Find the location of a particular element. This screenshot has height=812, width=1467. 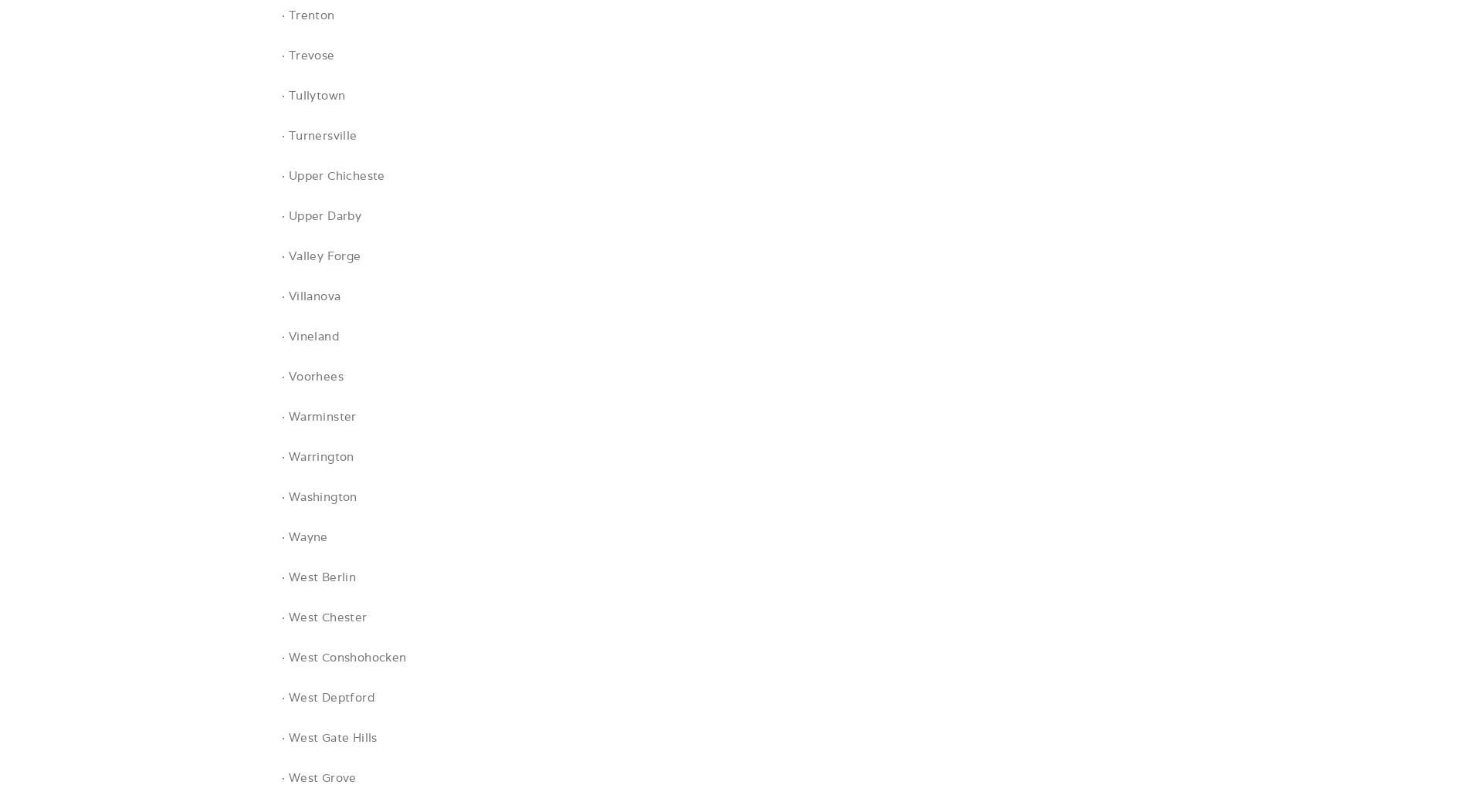

'· Upper Chicheste' is located at coordinates (280, 174).